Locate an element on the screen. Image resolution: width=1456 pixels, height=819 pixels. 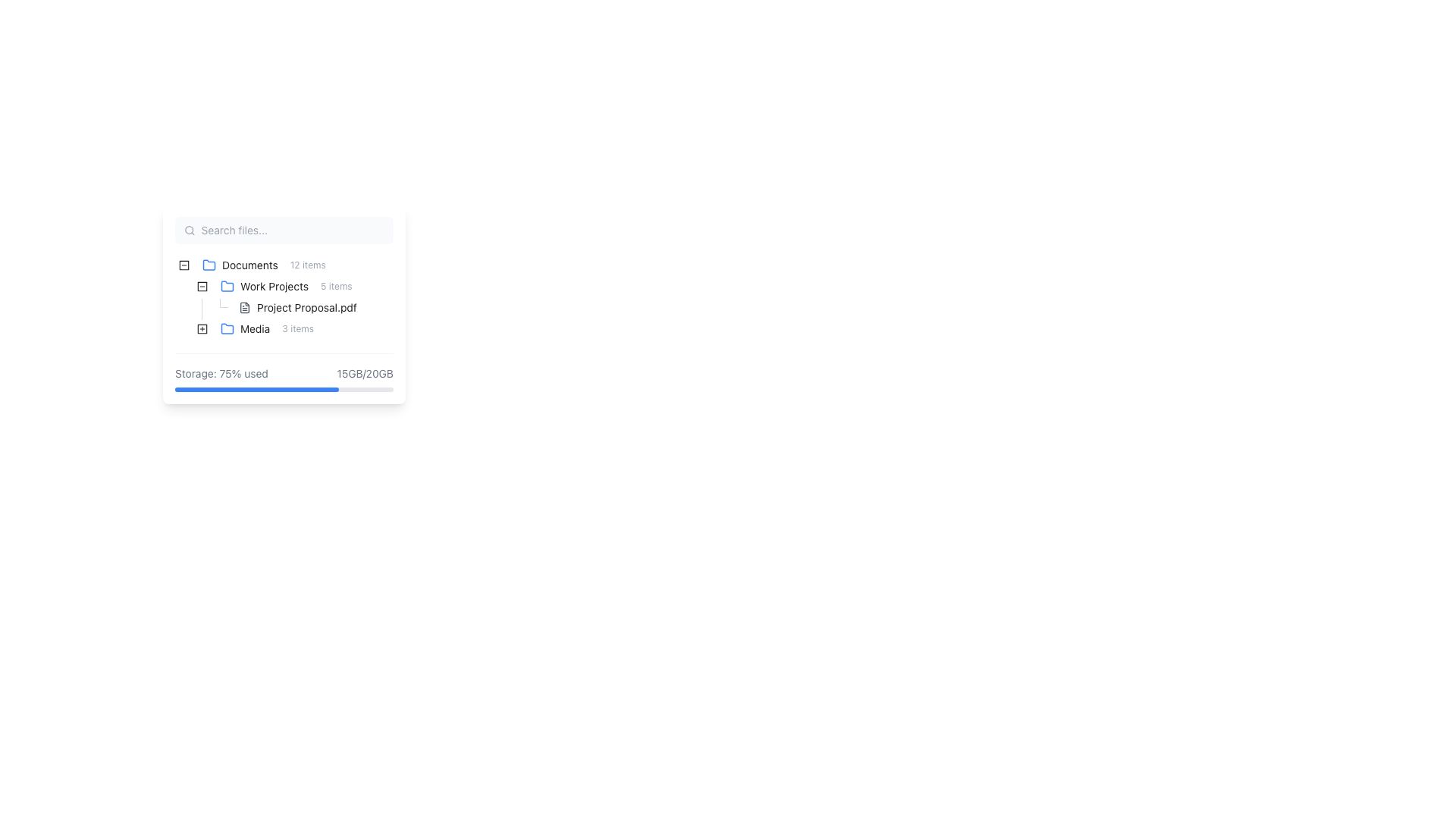
the small, square-shaped indent marker next to the 'Work Projects' entry in the hierarchical file navigation interface is located at coordinates (184, 307).